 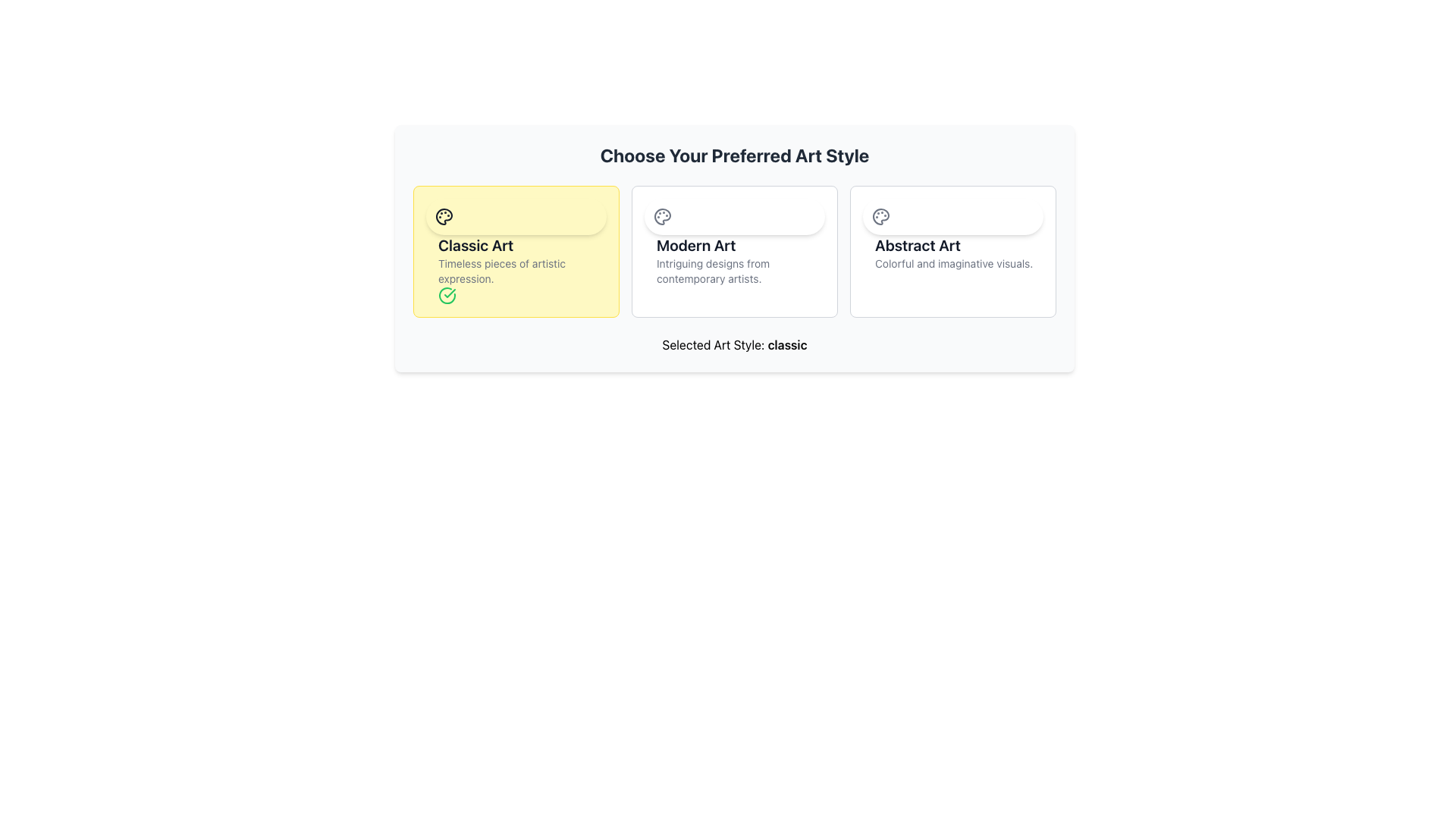 What do you see at coordinates (449, 293) in the screenshot?
I see `the visual state of the checkmark icon indicating the selection of the 'Classic Art' option, located in the bottom-right area of its card with a yellow background` at bounding box center [449, 293].